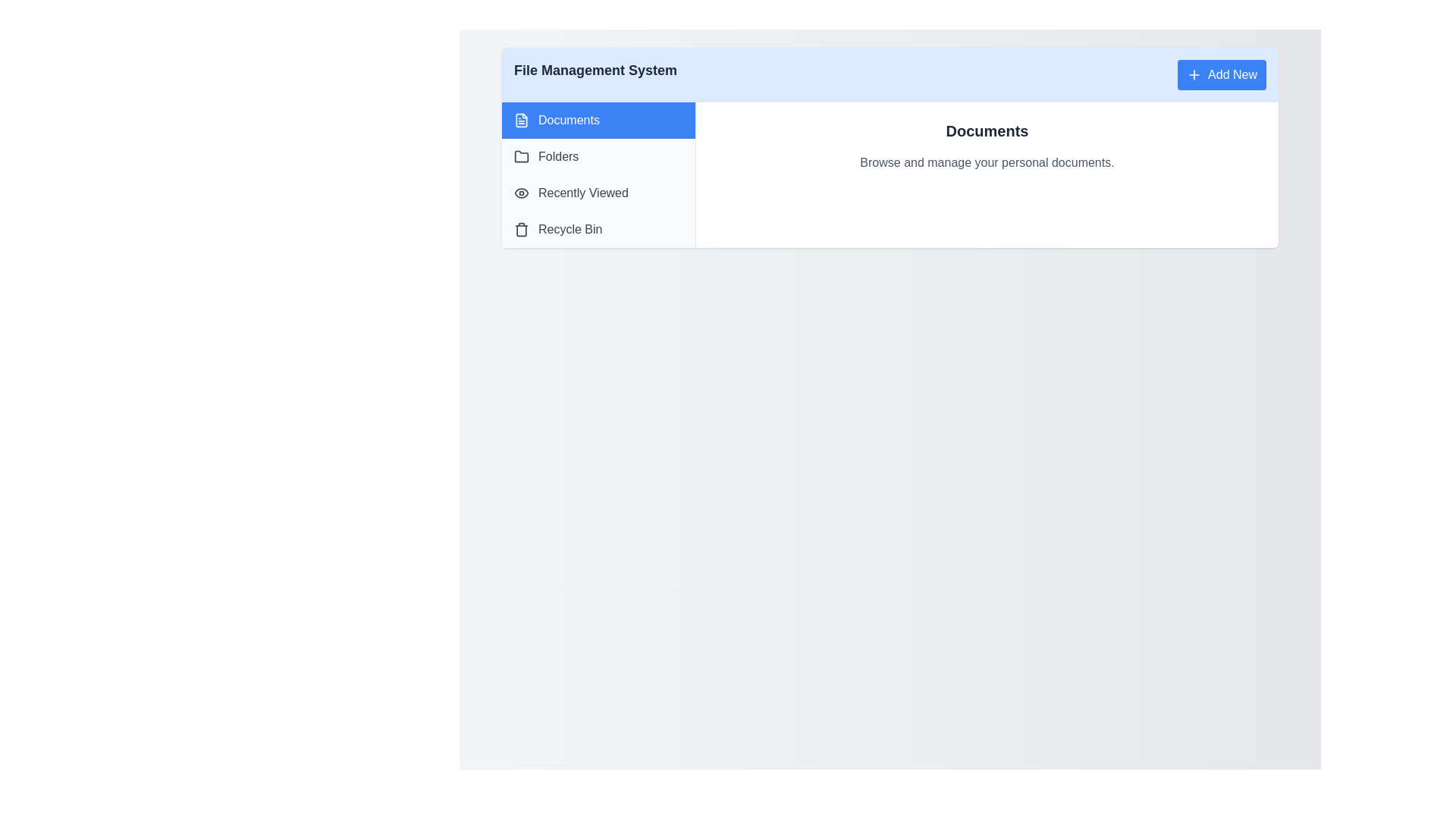 The width and height of the screenshot is (1456, 819). What do you see at coordinates (521, 192) in the screenshot?
I see `the 'Recently Viewed' icon located to the left of the 'Recently Viewed' label` at bounding box center [521, 192].